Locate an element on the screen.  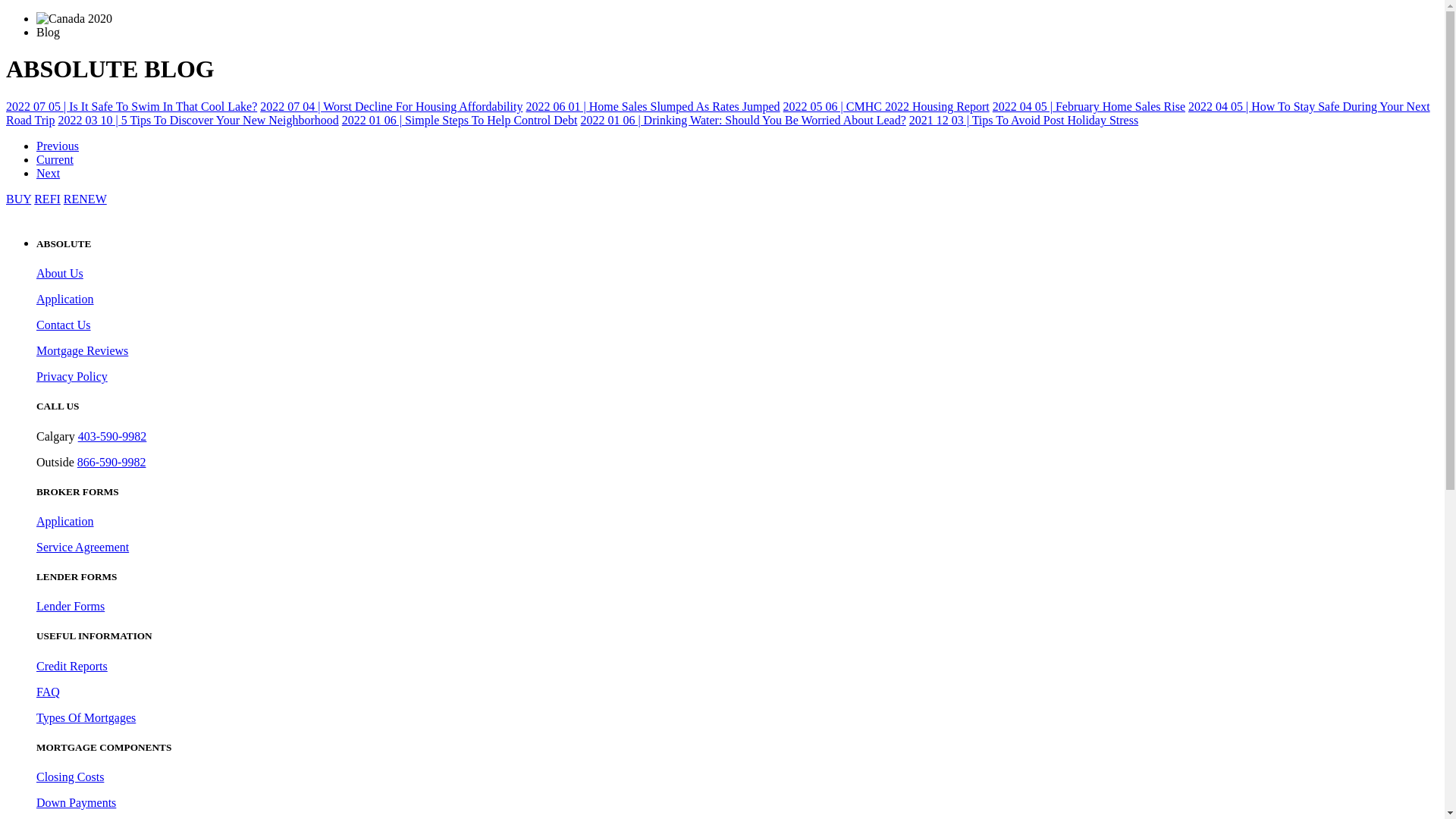
'FAQ' is located at coordinates (36, 692).